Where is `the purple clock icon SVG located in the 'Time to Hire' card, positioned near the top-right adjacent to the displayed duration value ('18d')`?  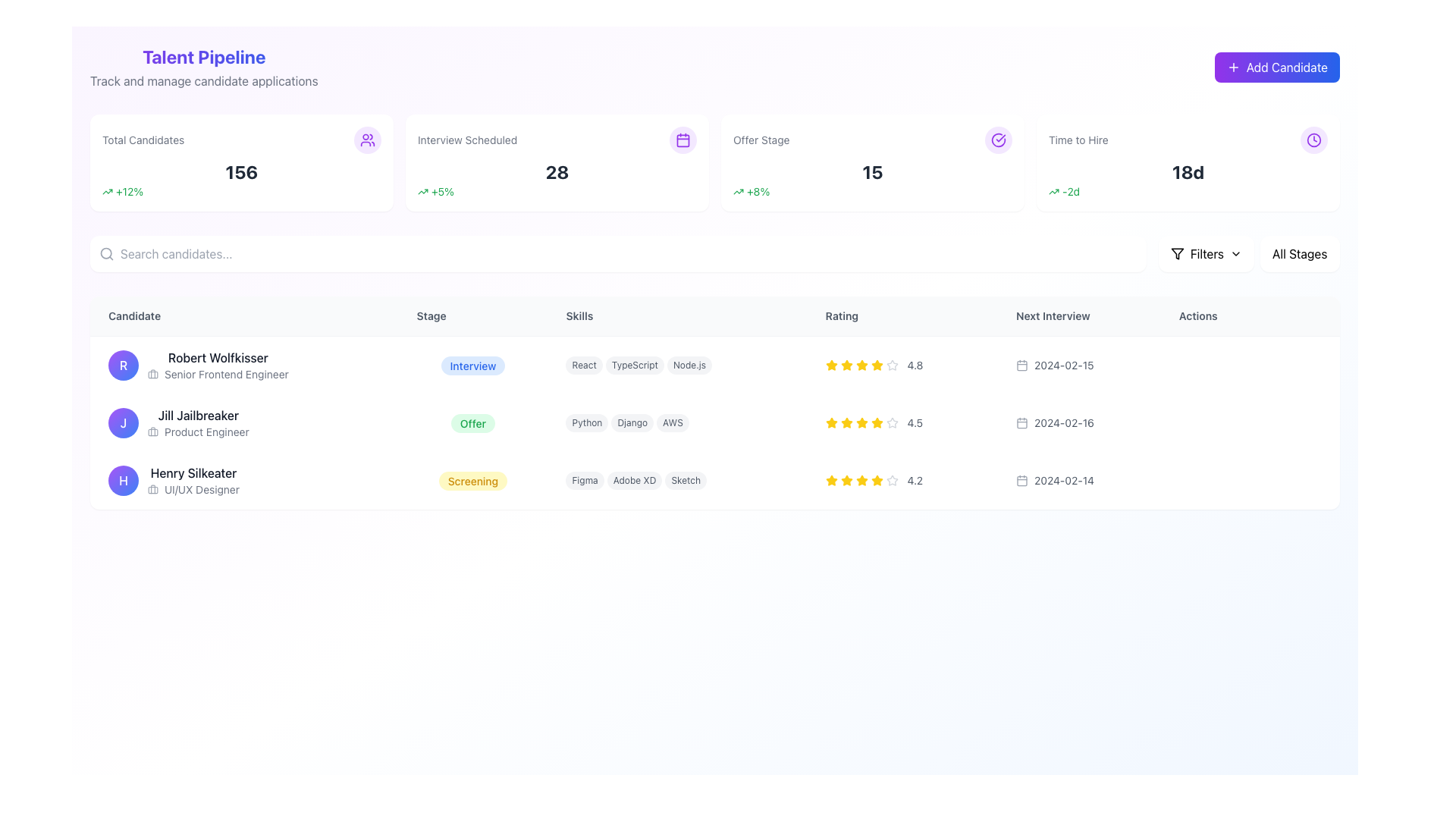 the purple clock icon SVG located in the 'Time to Hire' card, positioned near the top-right adjacent to the displayed duration value ('18d') is located at coordinates (1313, 140).